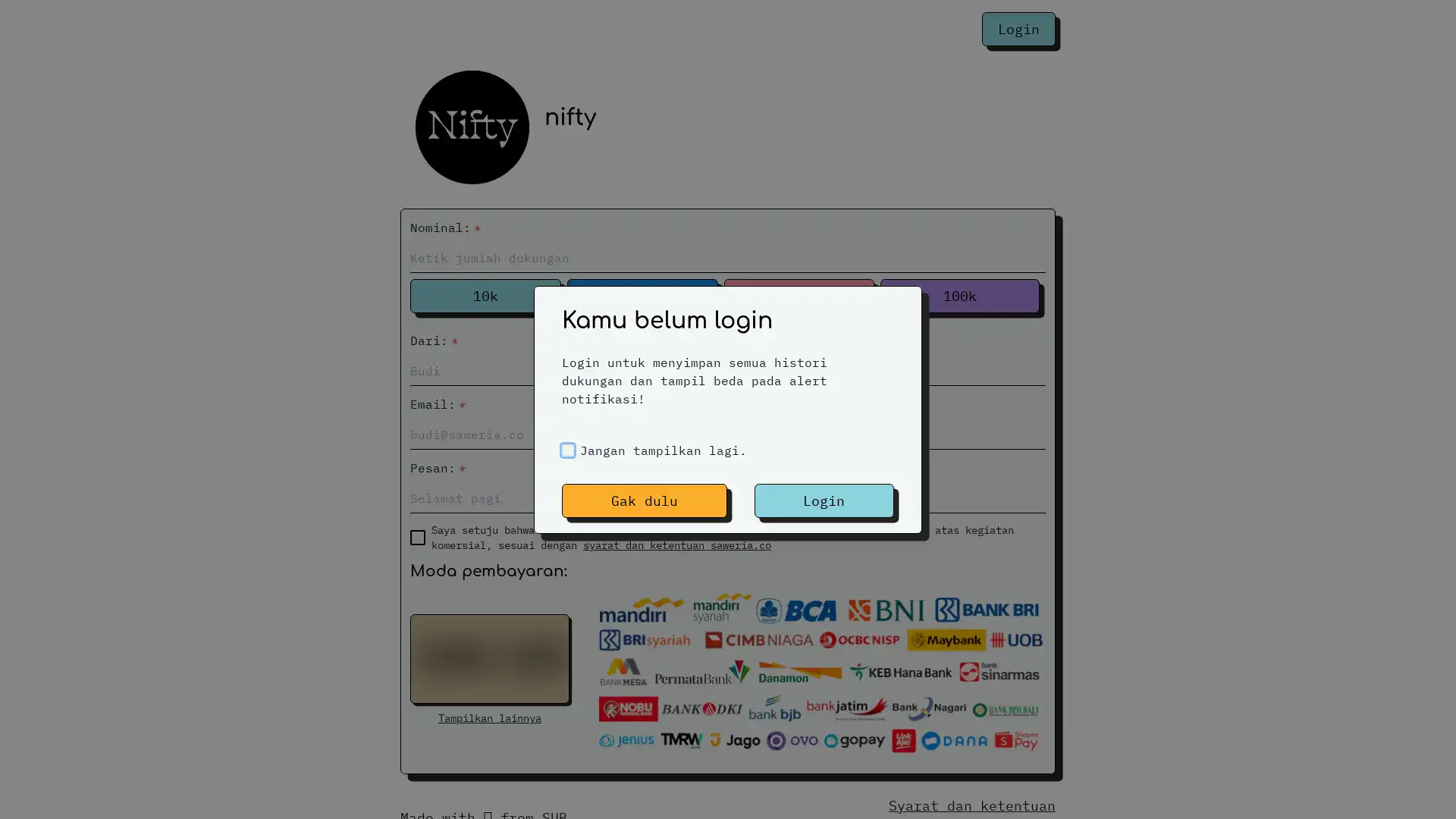  I want to click on Tampilkan lainnya, so click(489, 717).